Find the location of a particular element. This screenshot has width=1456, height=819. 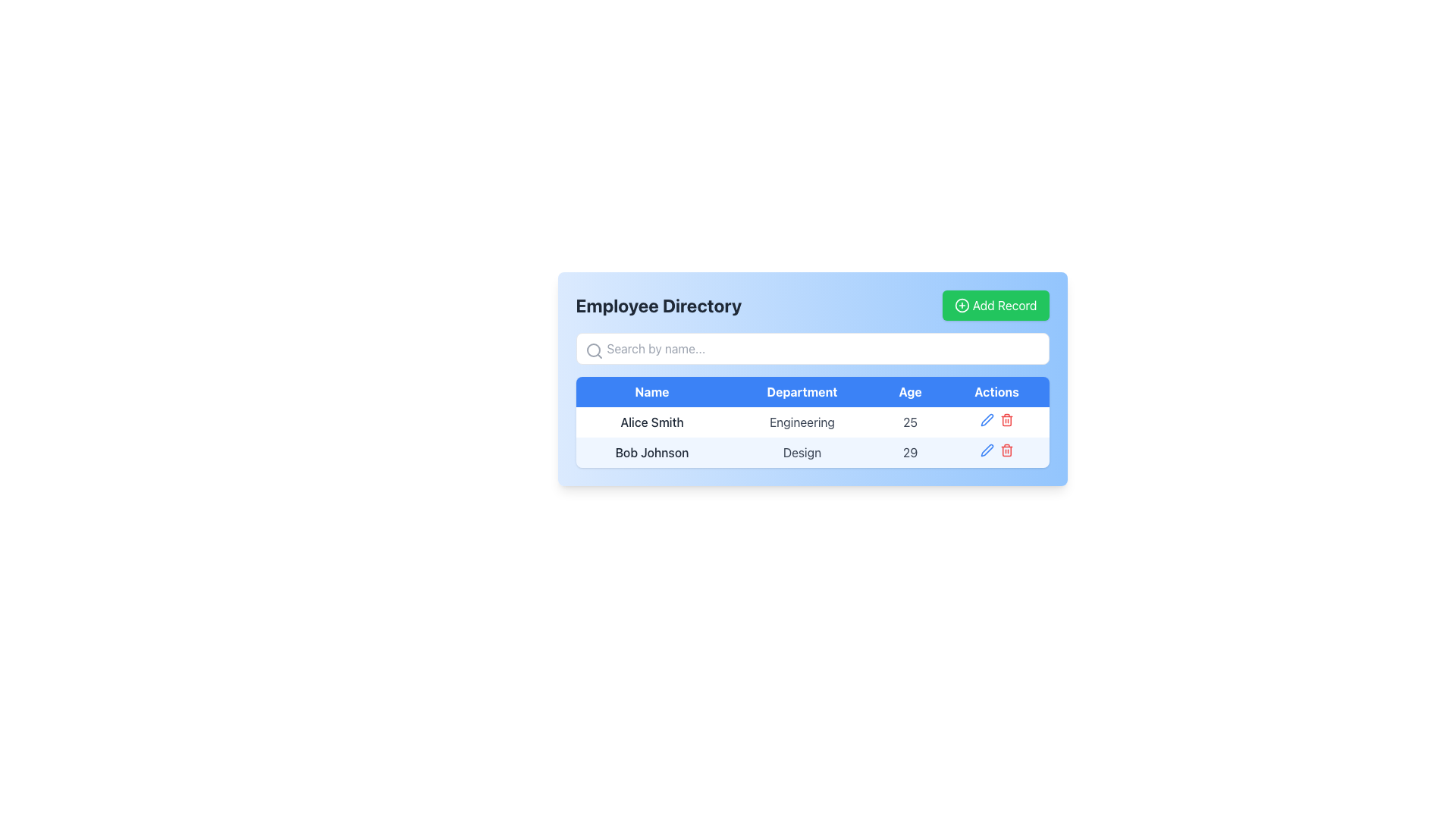

the static text element displaying the name 'Bob Johnson' in the employee directory located in the second row and first column under the 'Name' header is located at coordinates (651, 452).